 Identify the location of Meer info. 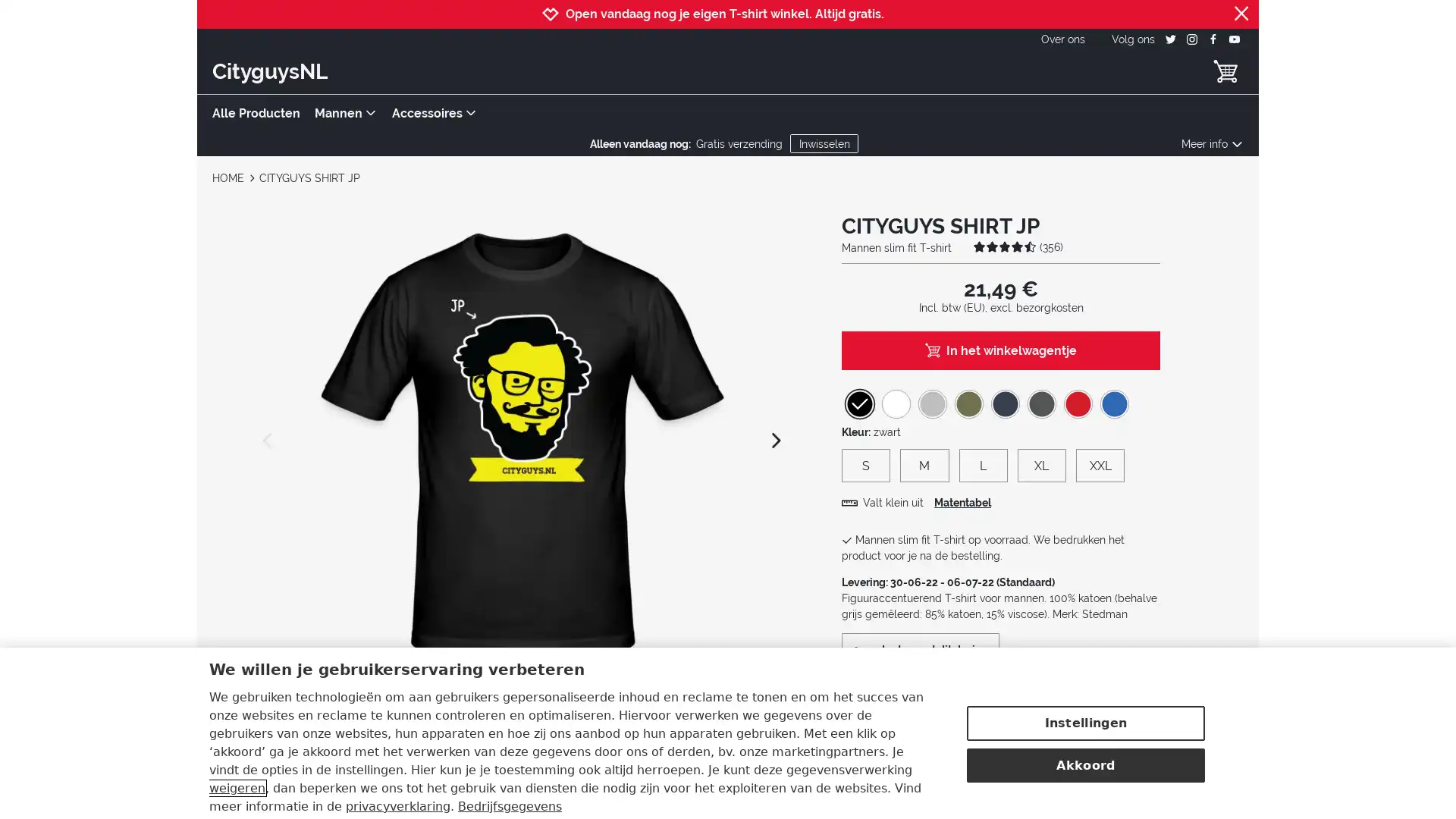
(1211, 143).